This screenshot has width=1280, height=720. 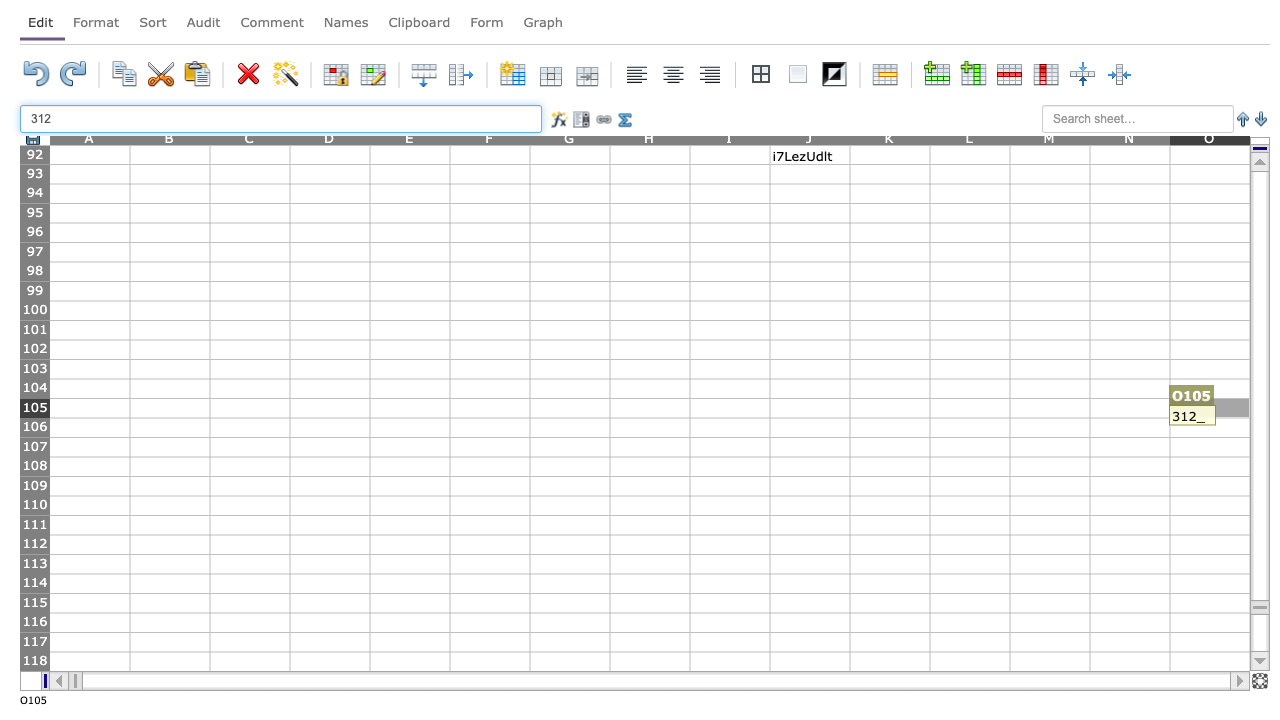 What do you see at coordinates (248, 680) in the screenshot?
I see `Activate cell C119` at bounding box center [248, 680].